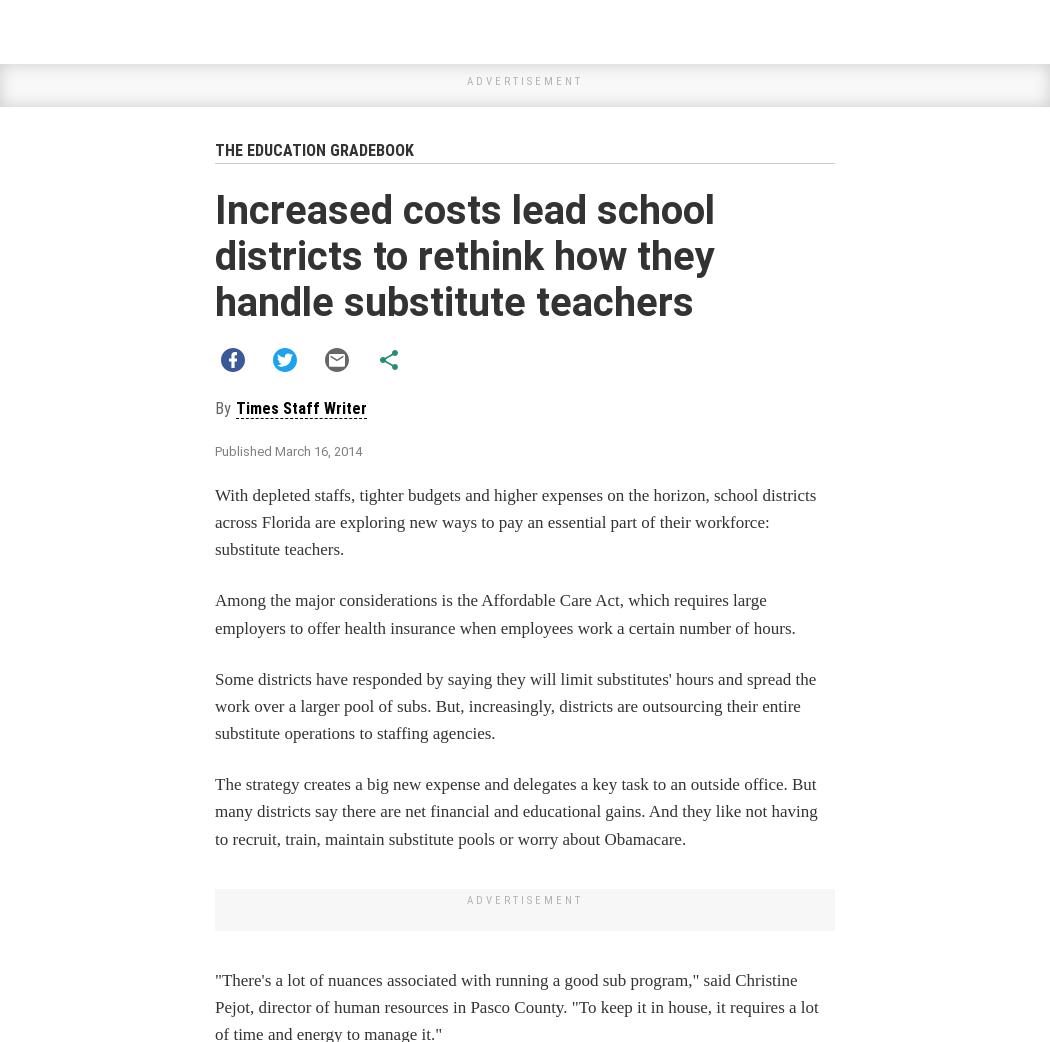 This screenshot has height=1042, width=1050. Describe the element at coordinates (752, 169) in the screenshot. I see `'Close'` at that location.